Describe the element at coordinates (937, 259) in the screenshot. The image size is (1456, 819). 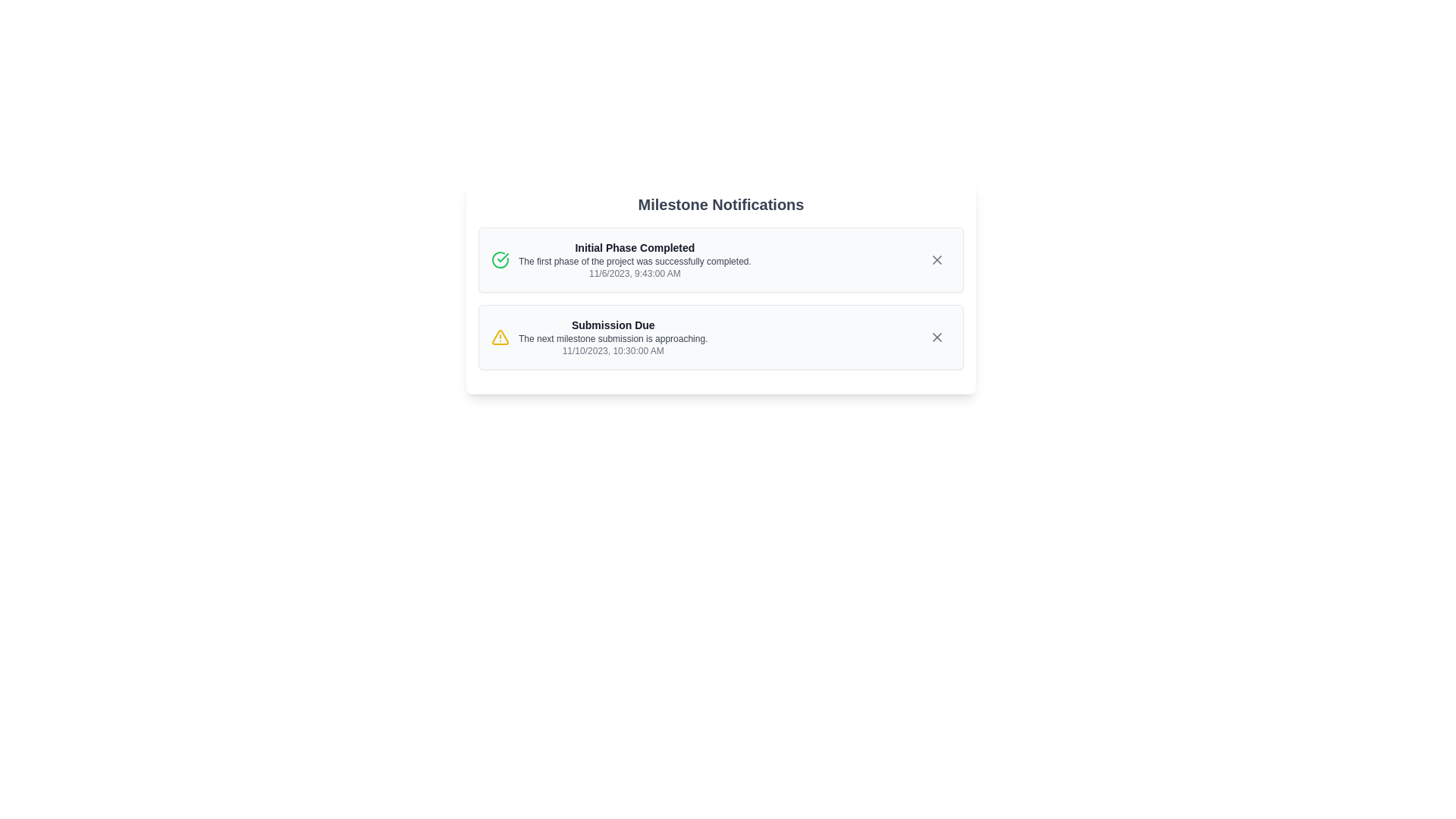
I see `close button for the milestone 1` at that location.